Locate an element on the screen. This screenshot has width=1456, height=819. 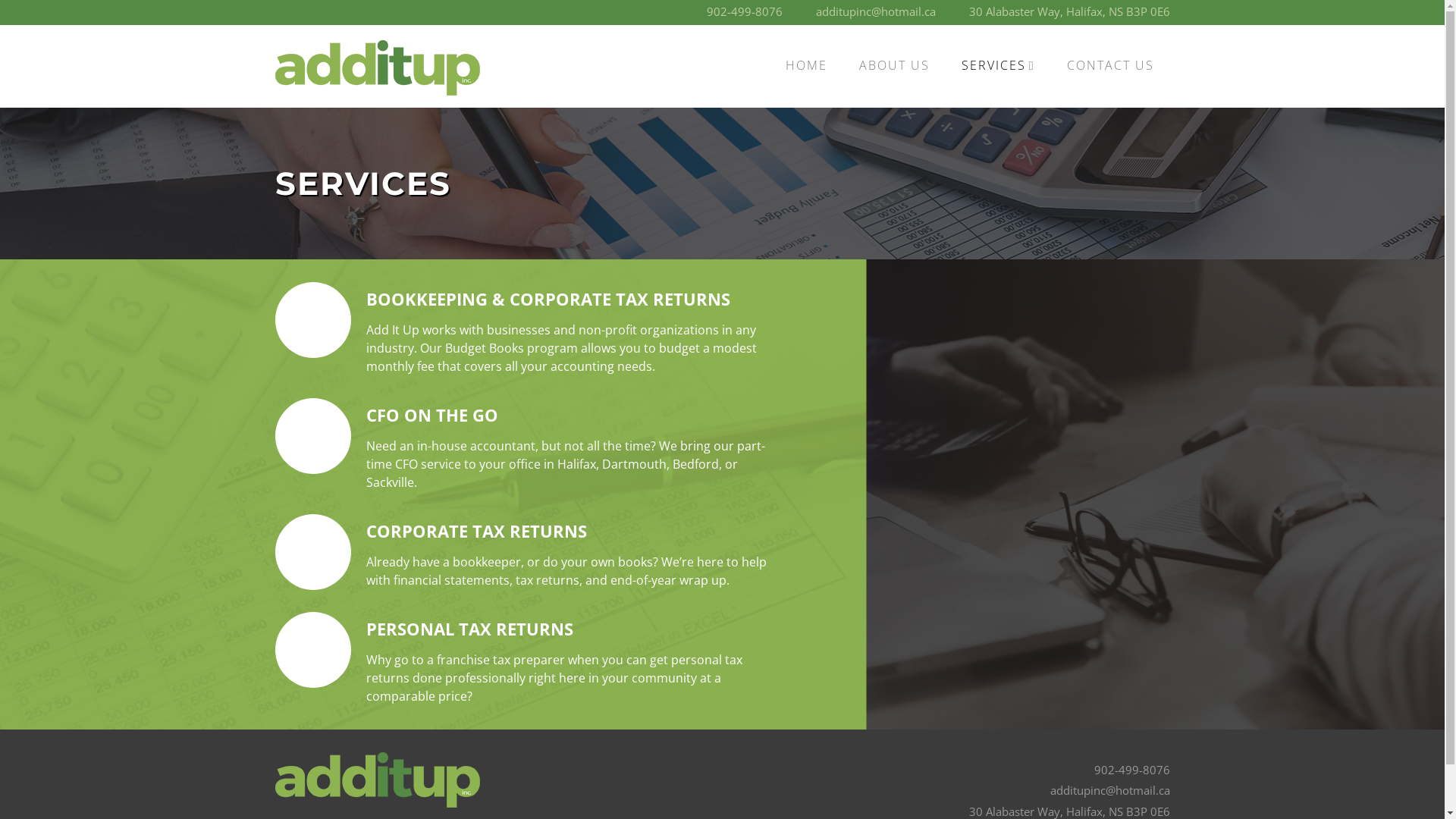
'CONTACT US' is located at coordinates (1110, 64).